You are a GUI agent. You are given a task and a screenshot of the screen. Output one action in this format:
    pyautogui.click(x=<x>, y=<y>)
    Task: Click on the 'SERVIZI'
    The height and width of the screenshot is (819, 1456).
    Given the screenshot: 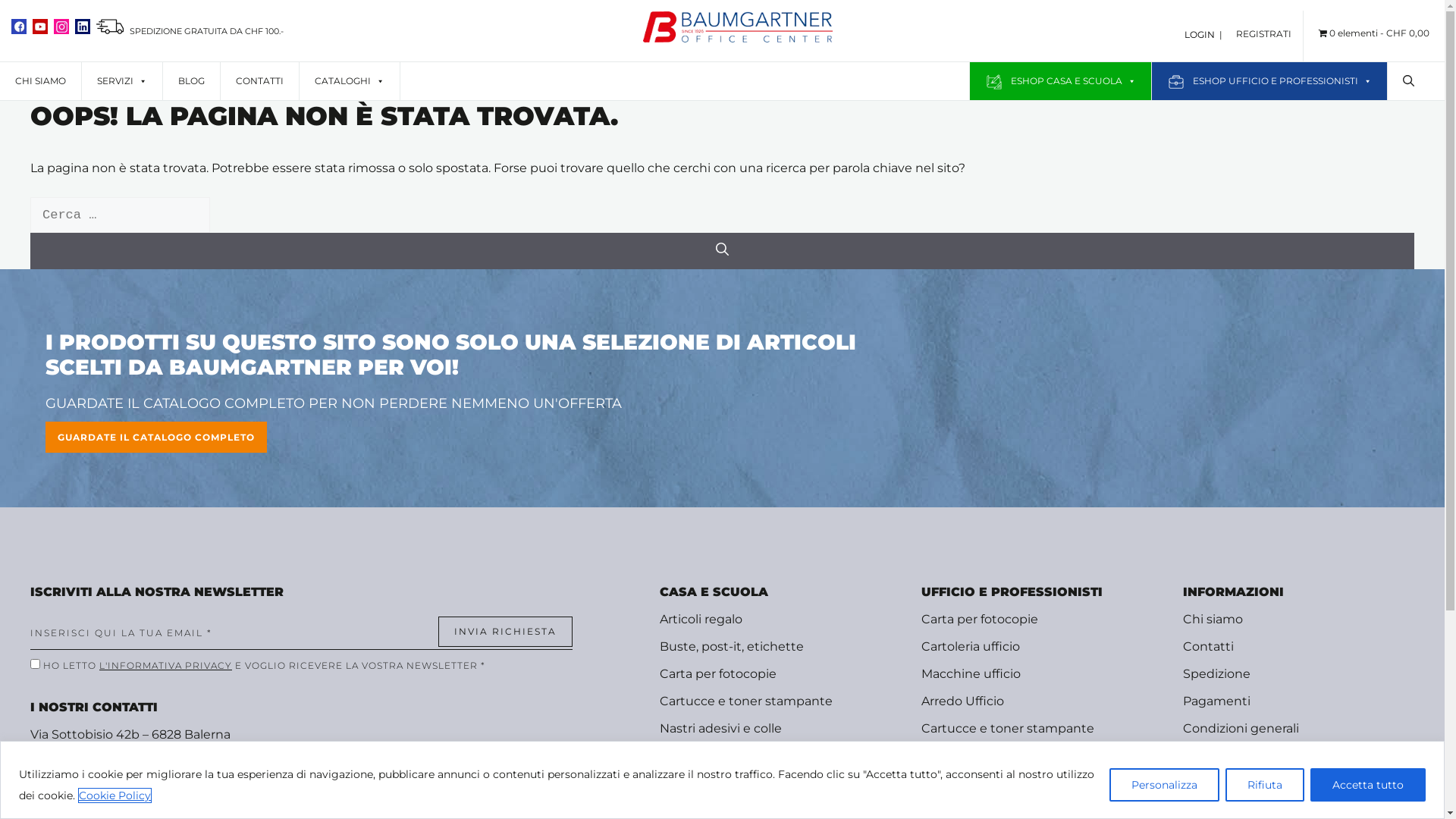 What is the action you would take?
    pyautogui.click(x=122, y=81)
    